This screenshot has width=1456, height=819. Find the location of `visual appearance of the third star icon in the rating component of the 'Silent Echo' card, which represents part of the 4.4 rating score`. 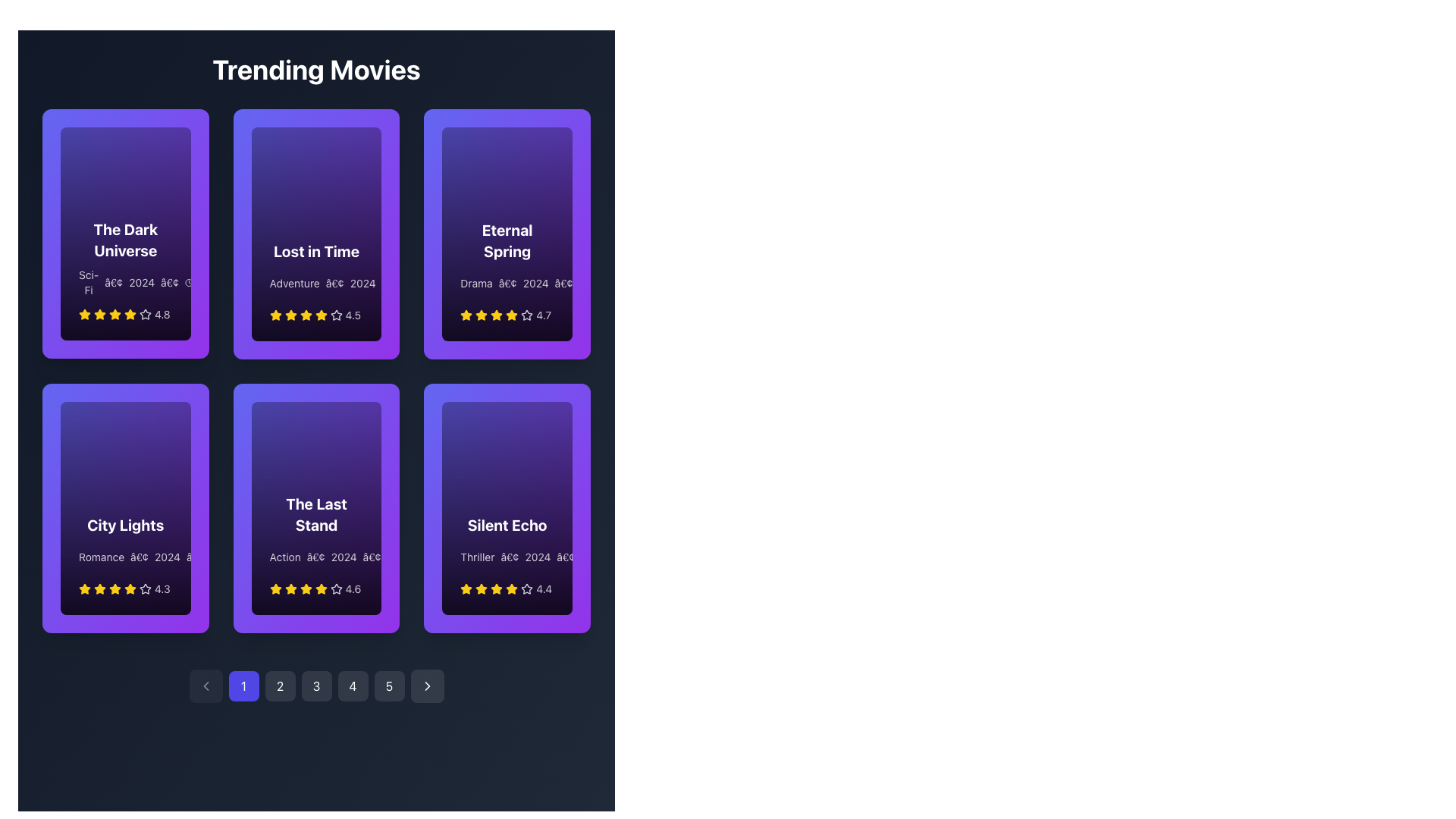

visual appearance of the third star icon in the rating component of the 'Silent Echo' card, which represents part of the 4.4 rating score is located at coordinates (481, 588).